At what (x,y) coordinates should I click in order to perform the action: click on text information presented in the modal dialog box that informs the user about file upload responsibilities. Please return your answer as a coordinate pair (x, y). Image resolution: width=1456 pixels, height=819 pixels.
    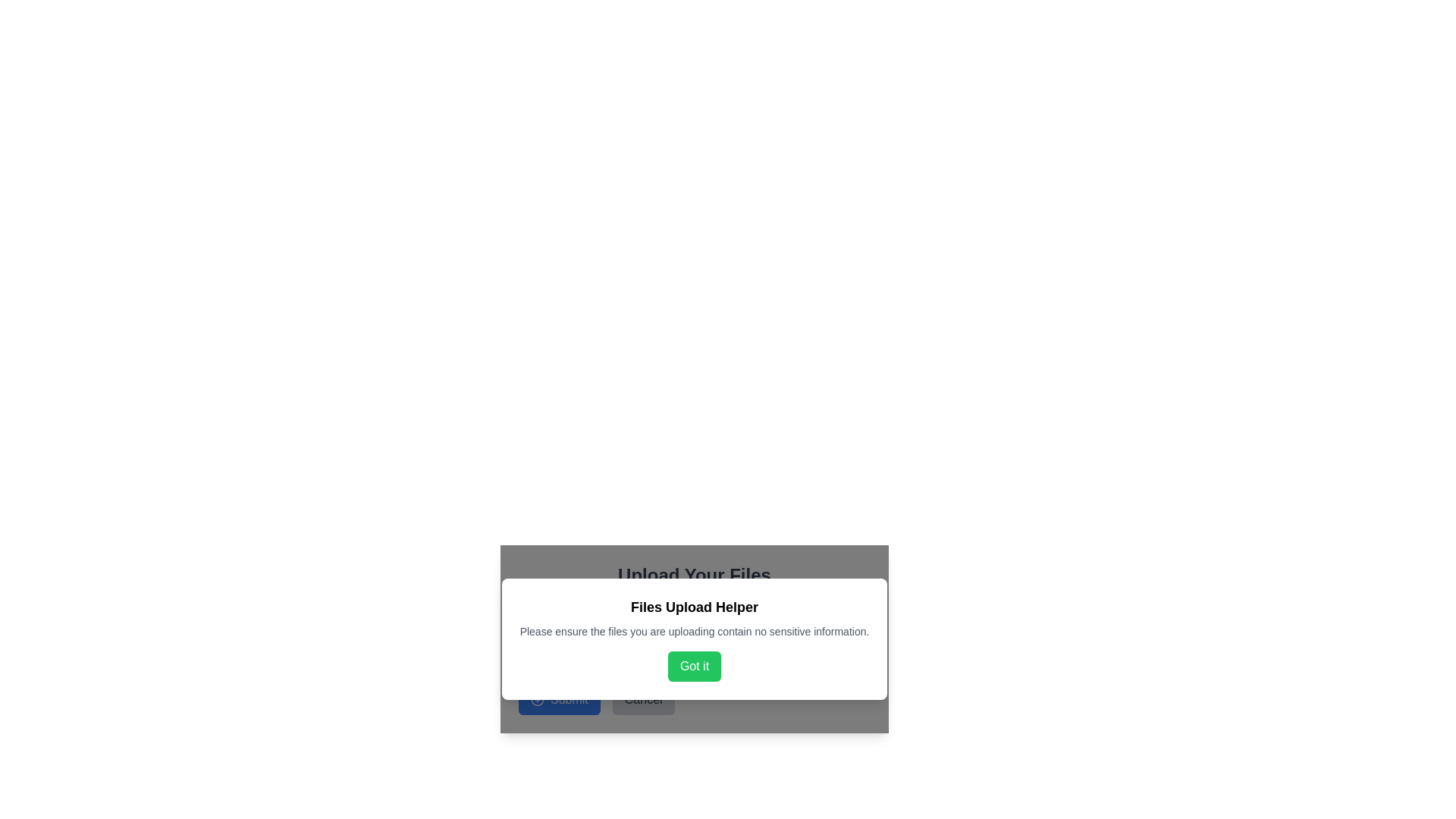
    Looking at the image, I should click on (694, 639).